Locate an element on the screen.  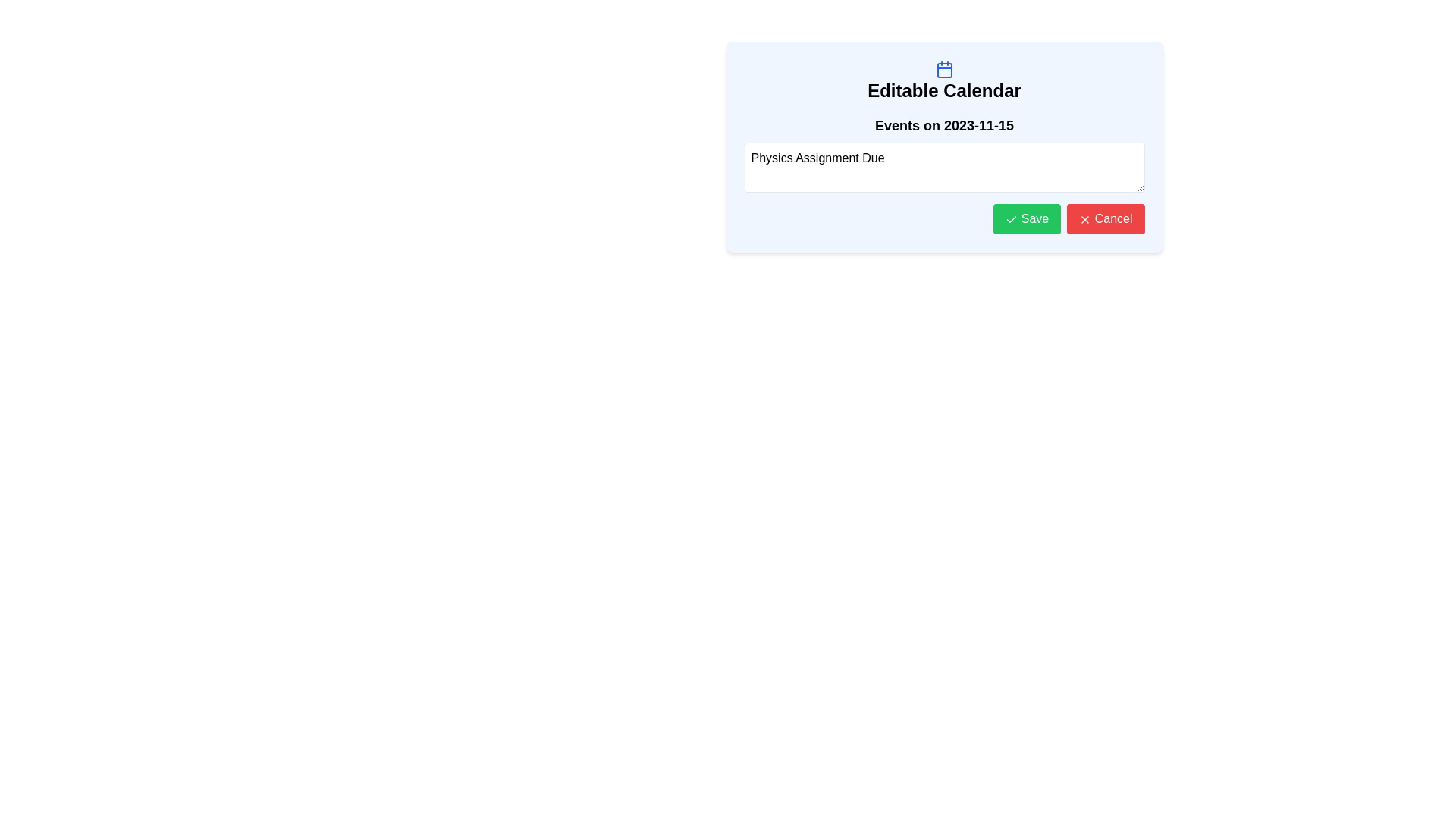
the 'Save' button located at the bottom of the editable calendar interface is located at coordinates (1027, 218).